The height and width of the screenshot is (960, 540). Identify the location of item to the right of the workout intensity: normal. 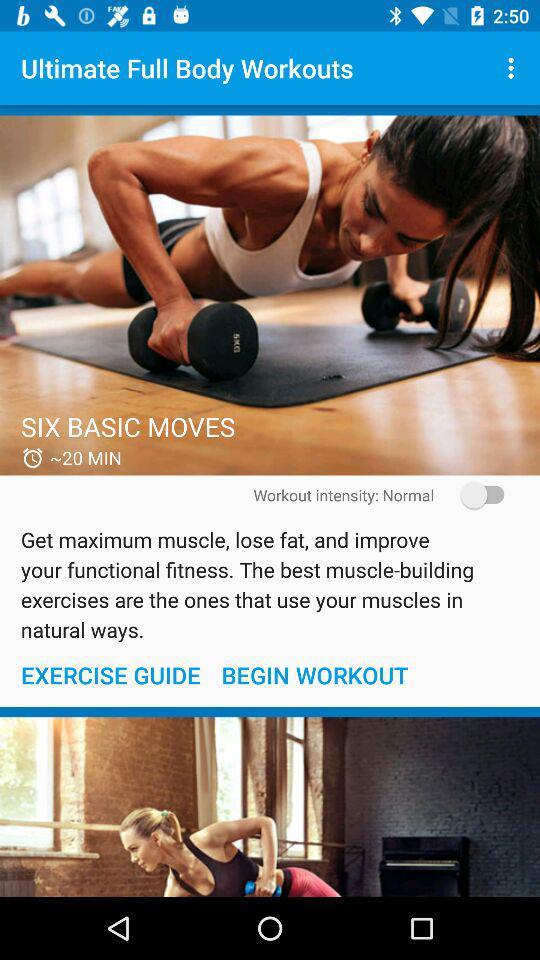
(475, 494).